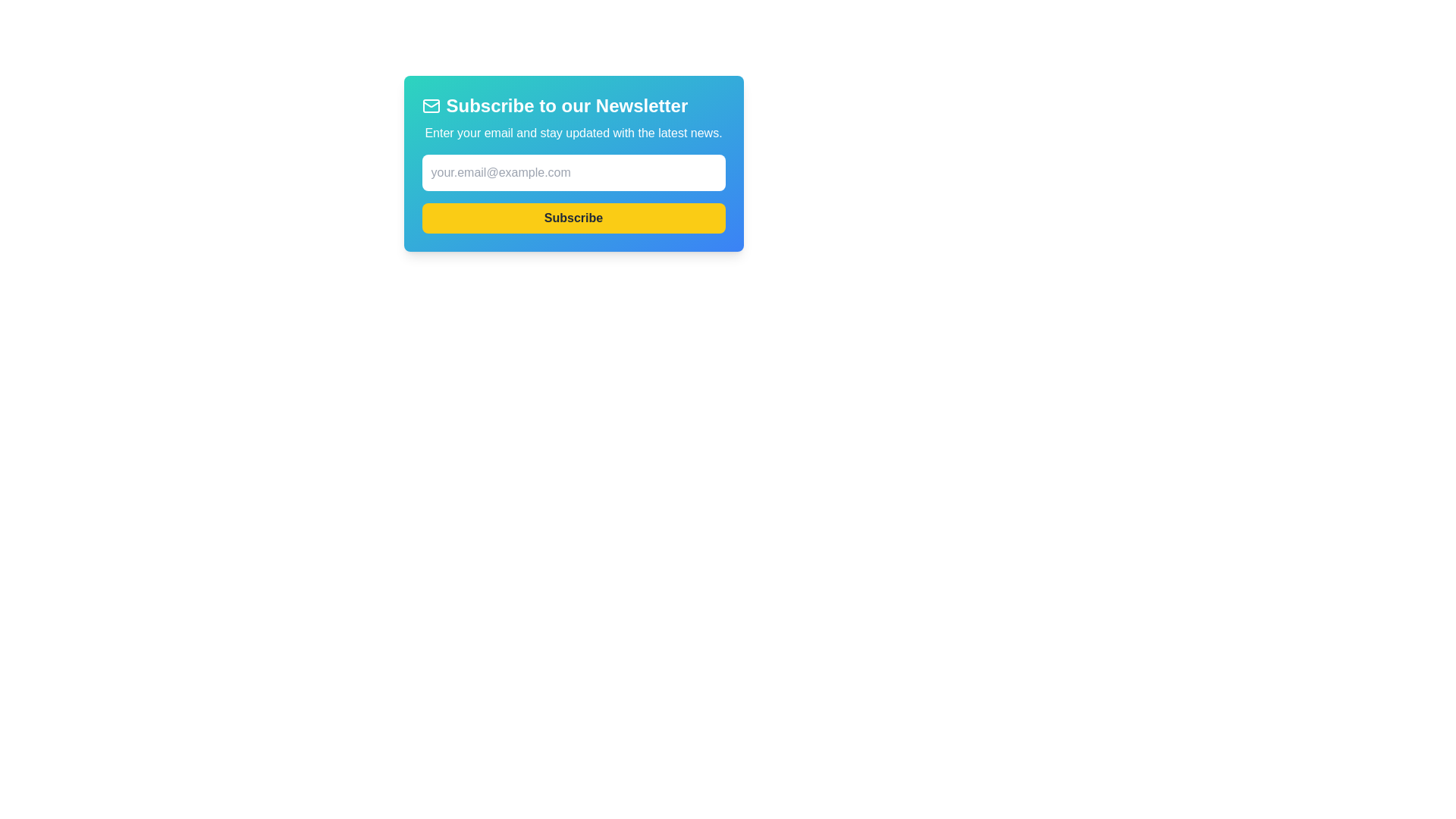 The width and height of the screenshot is (1456, 819). What do you see at coordinates (430, 105) in the screenshot?
I see `the email/newsletter icon located at the start of the 'Subscribe to our Newsletter' banner, which visually represents the concept of subscribing to a newsletter` at bounding box center [430, 105].